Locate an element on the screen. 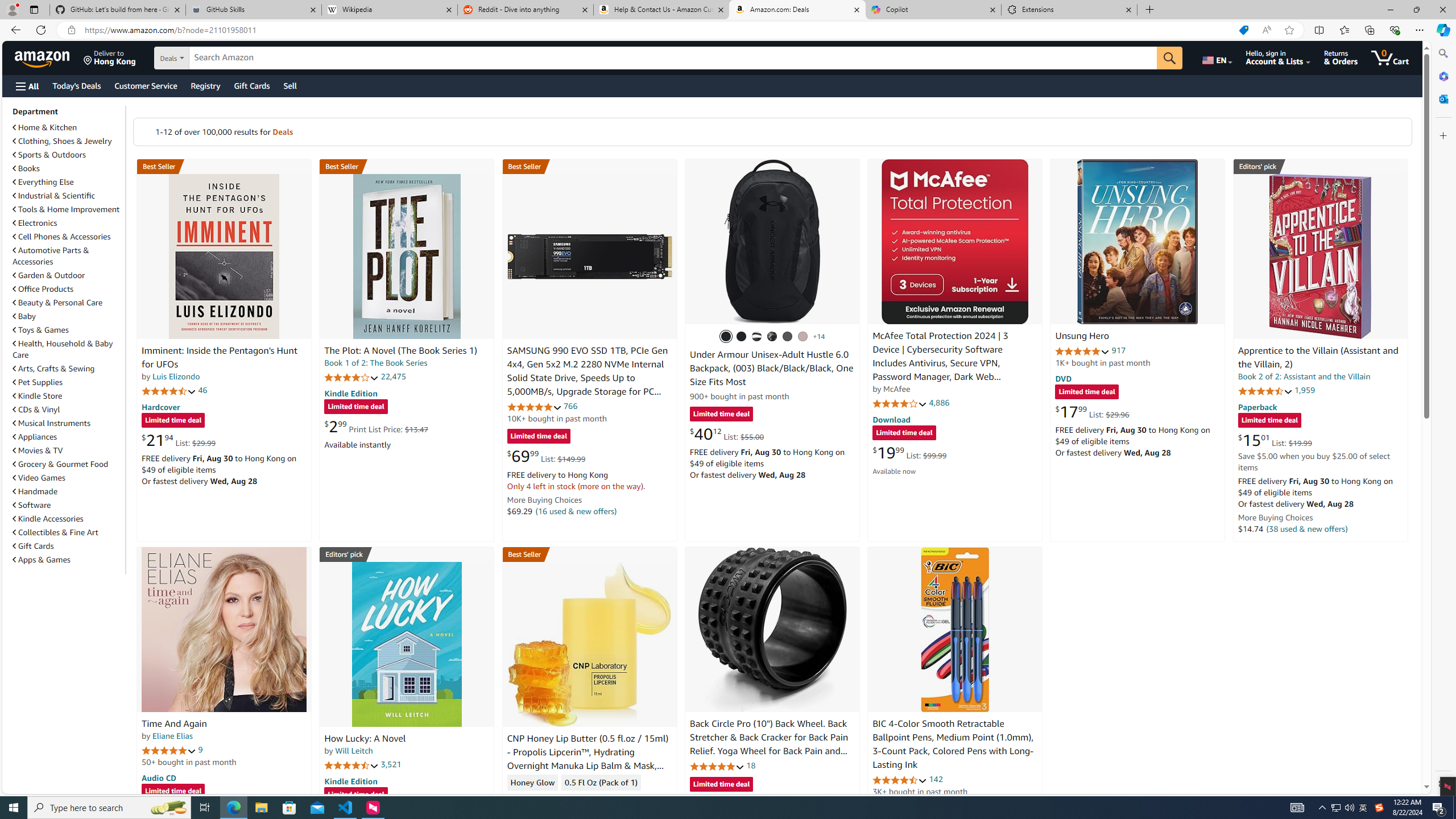  '(003) Black / Black / Black' is located at coordinates (725, 336).